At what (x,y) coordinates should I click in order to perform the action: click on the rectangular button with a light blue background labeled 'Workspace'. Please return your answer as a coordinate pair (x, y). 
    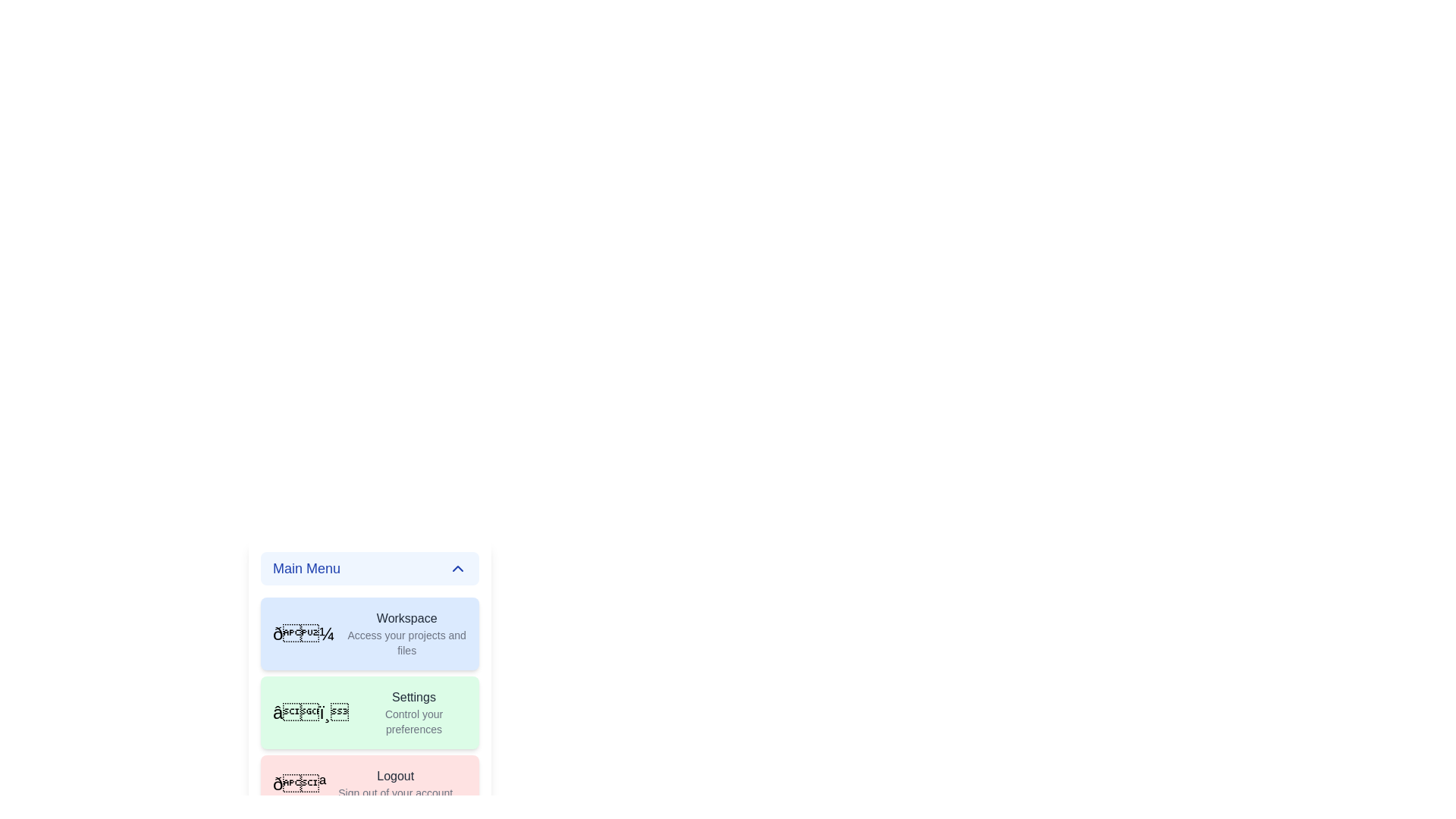
    Looking at the image, I should click on (370, 634).